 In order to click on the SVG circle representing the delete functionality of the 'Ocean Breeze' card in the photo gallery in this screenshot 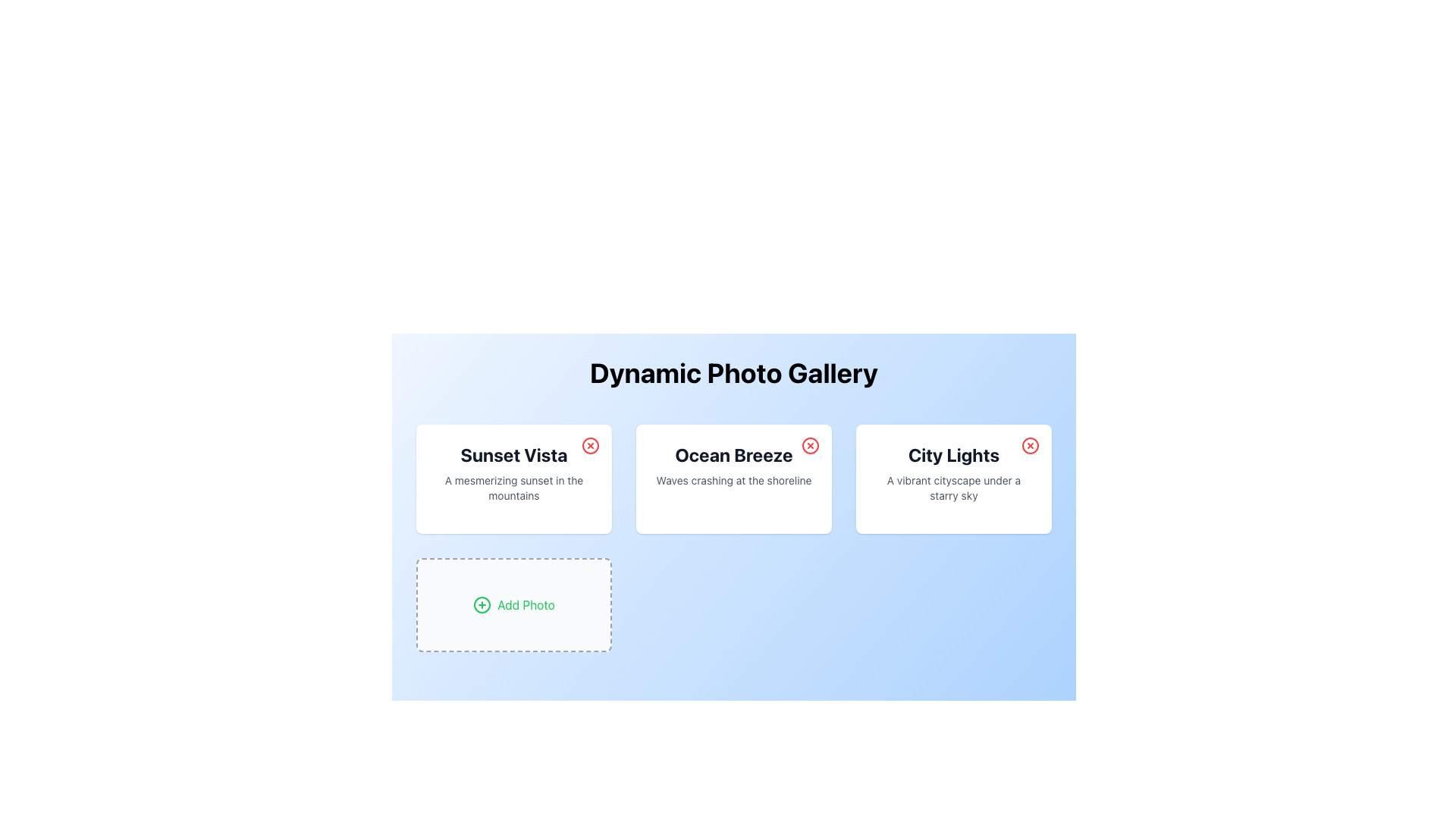, I will do `click(810, 444)`.